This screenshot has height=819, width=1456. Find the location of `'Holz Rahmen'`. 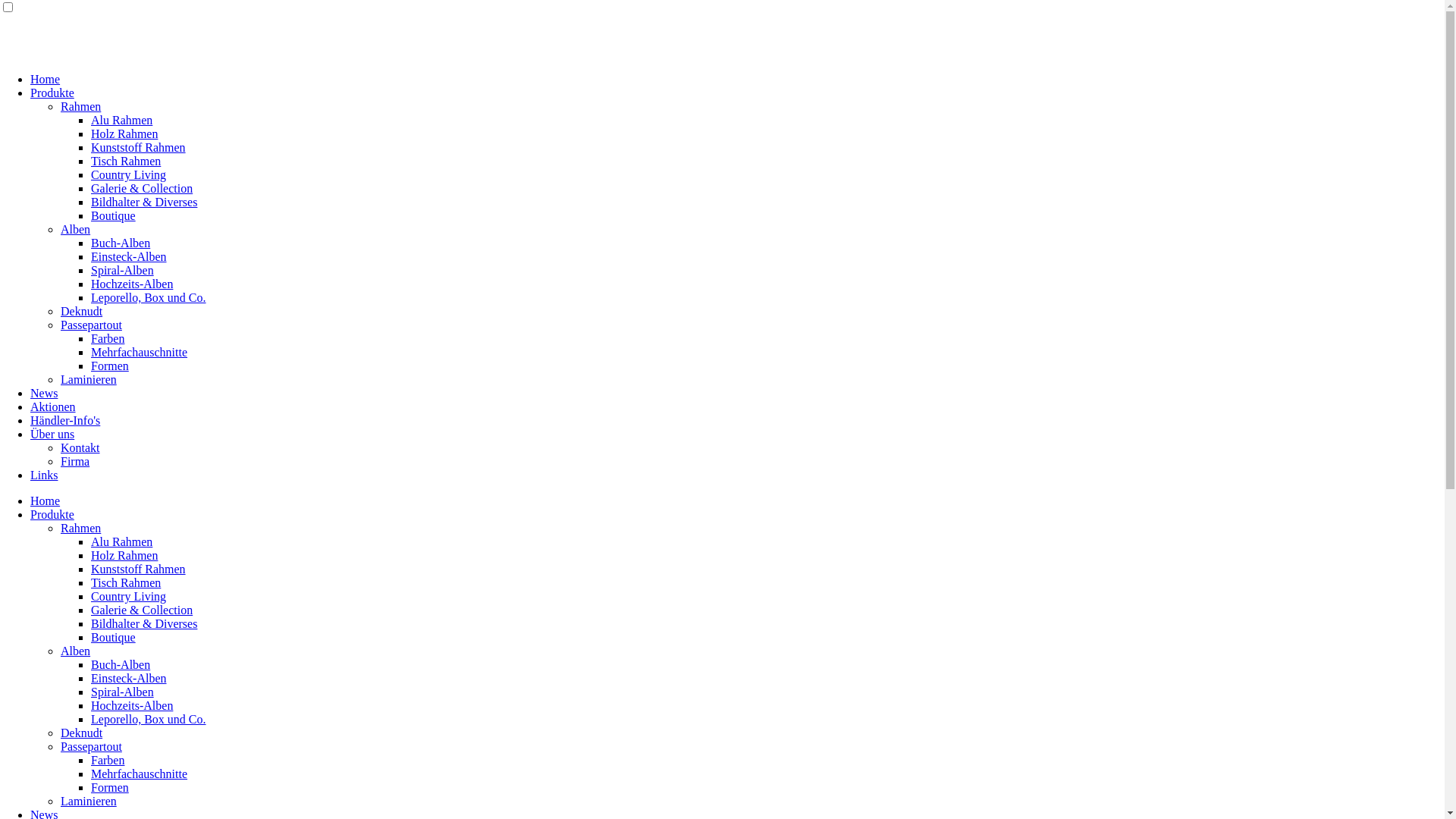

'Holz Rahmen' is located at coordinates (124, 555).